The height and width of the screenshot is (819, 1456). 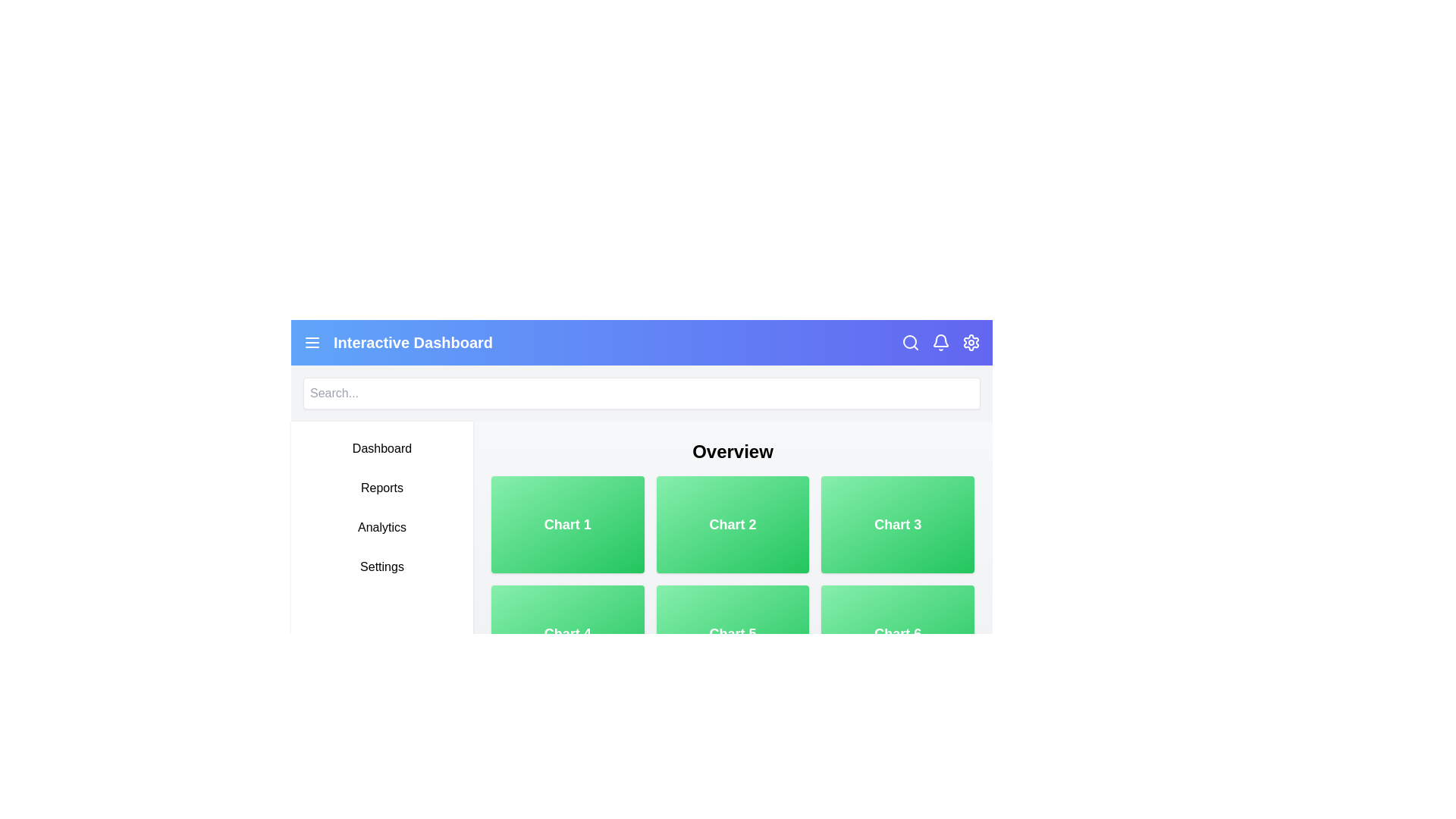 What do you see at coordinates (910, 342) in the screenshot?
I see `the search icon to toggle the visibility of the search bar` at bounding box center [910, 342].